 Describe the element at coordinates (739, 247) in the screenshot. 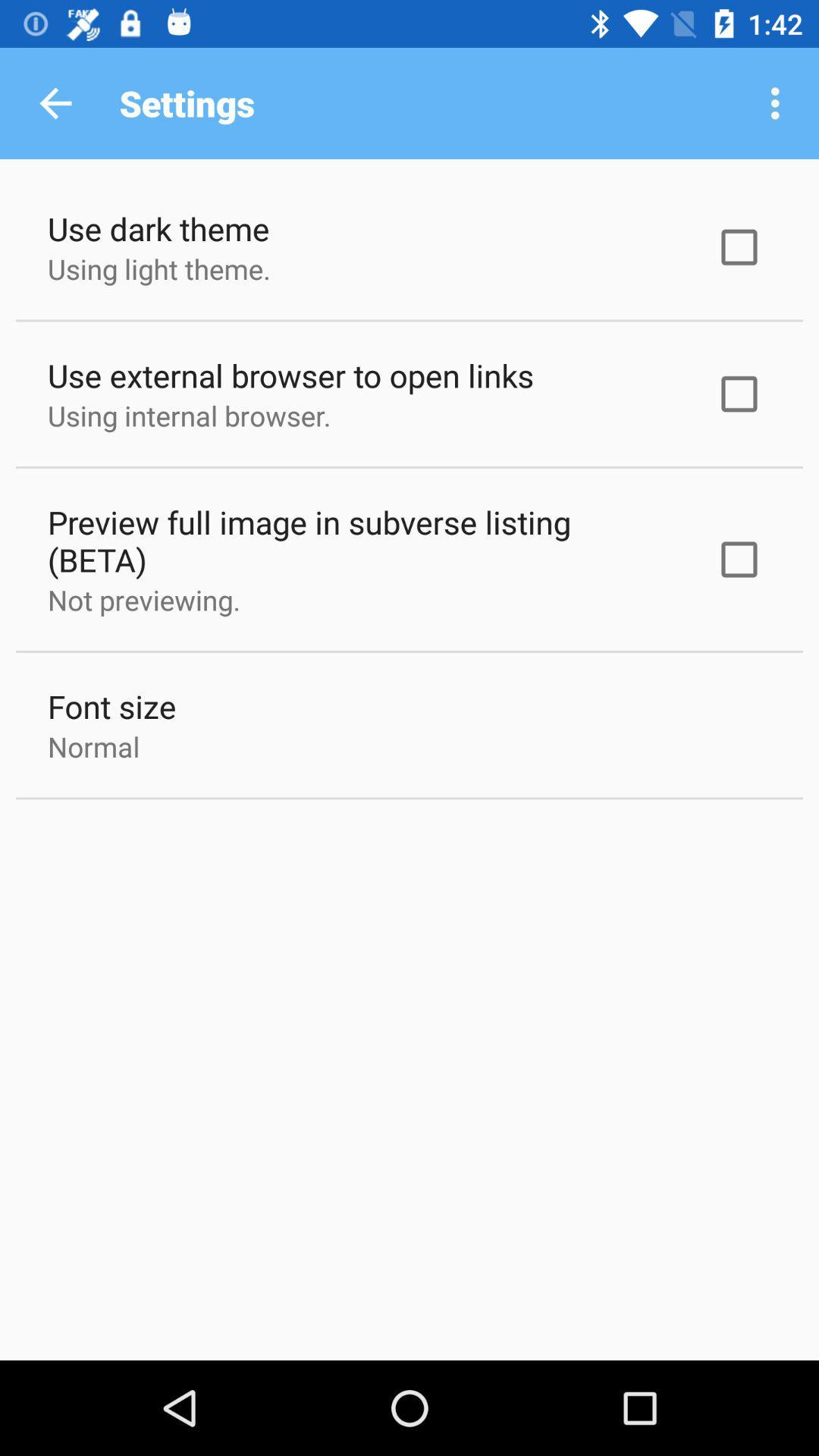

I see `the blank option on the right` at that location.